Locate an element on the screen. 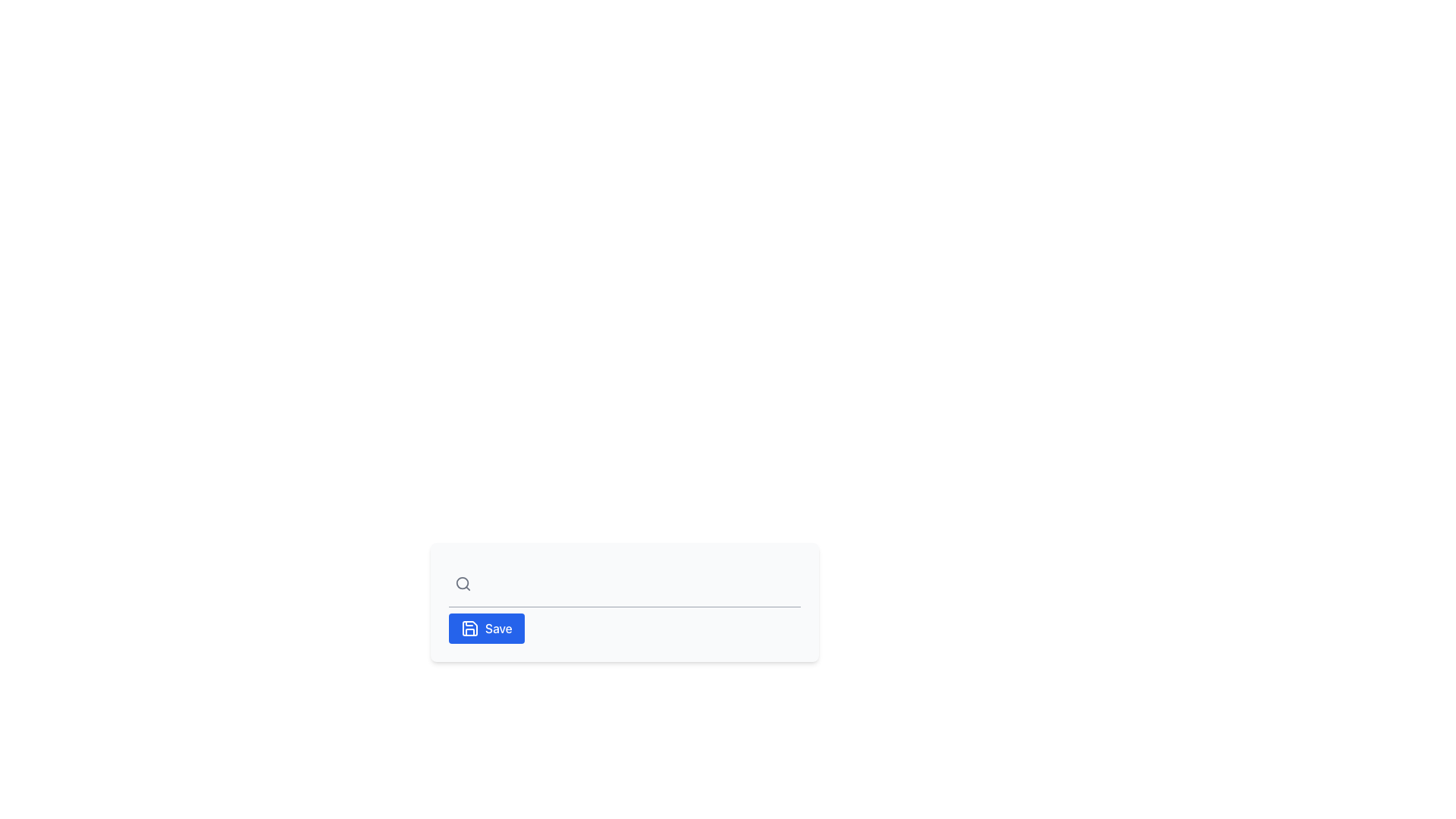 This screenshot has height=819, width=1456. the save button located at the bottom-left of the interface is located at coordinates (486, 629).